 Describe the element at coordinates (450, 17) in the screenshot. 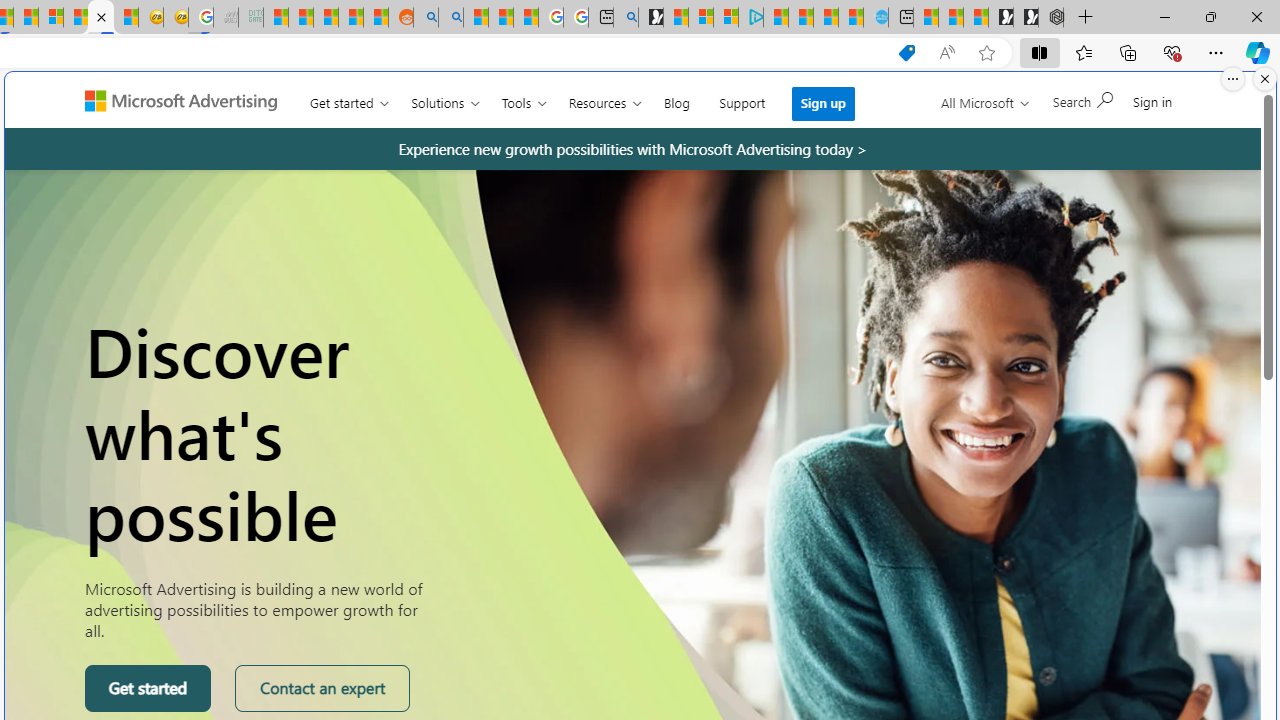

I see `'Utah sues federal government - Search'` at that location.